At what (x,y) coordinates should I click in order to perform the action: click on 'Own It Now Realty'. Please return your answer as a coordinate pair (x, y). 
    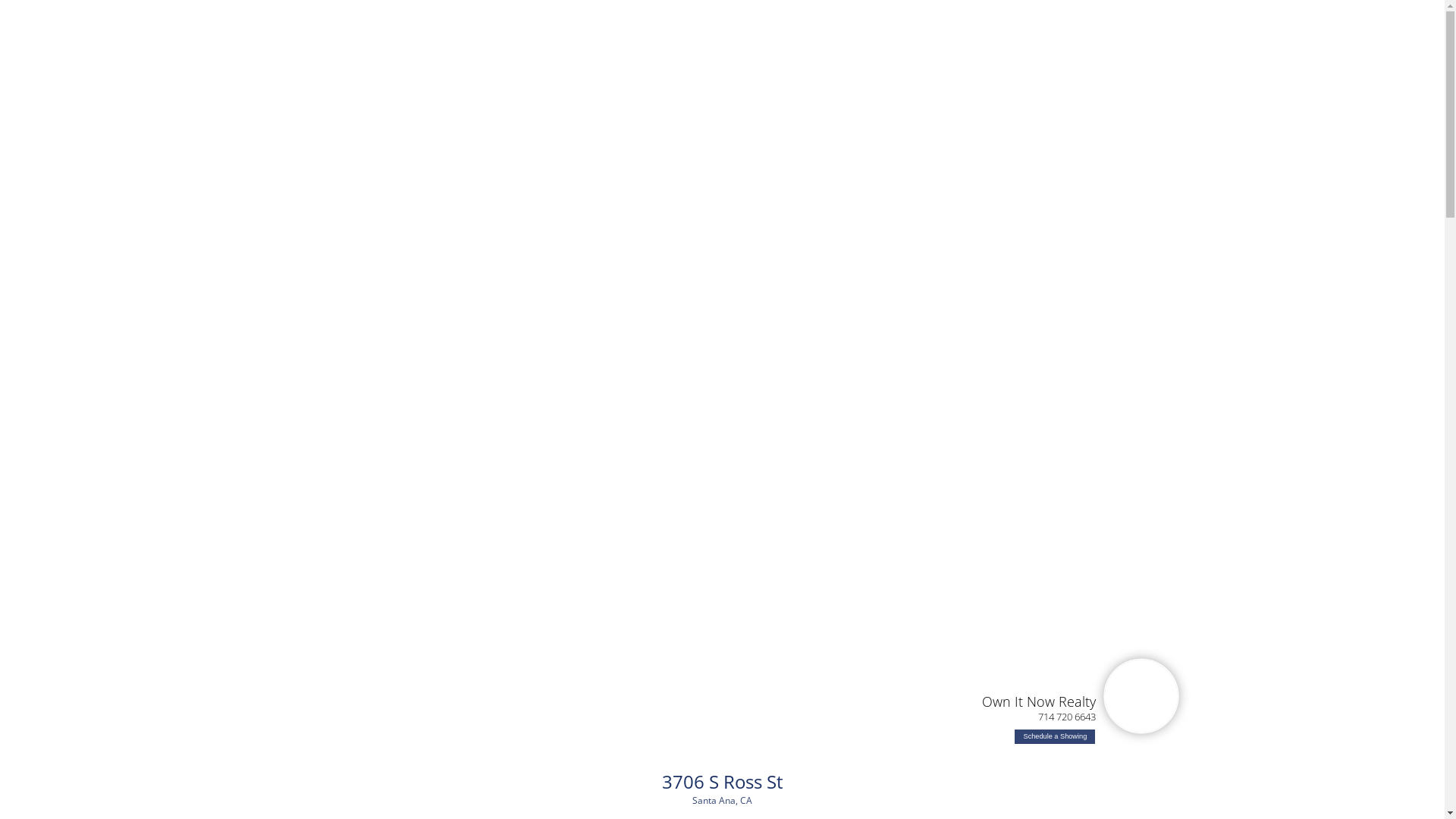
    Looking at the image, I should click on (1037, 701).